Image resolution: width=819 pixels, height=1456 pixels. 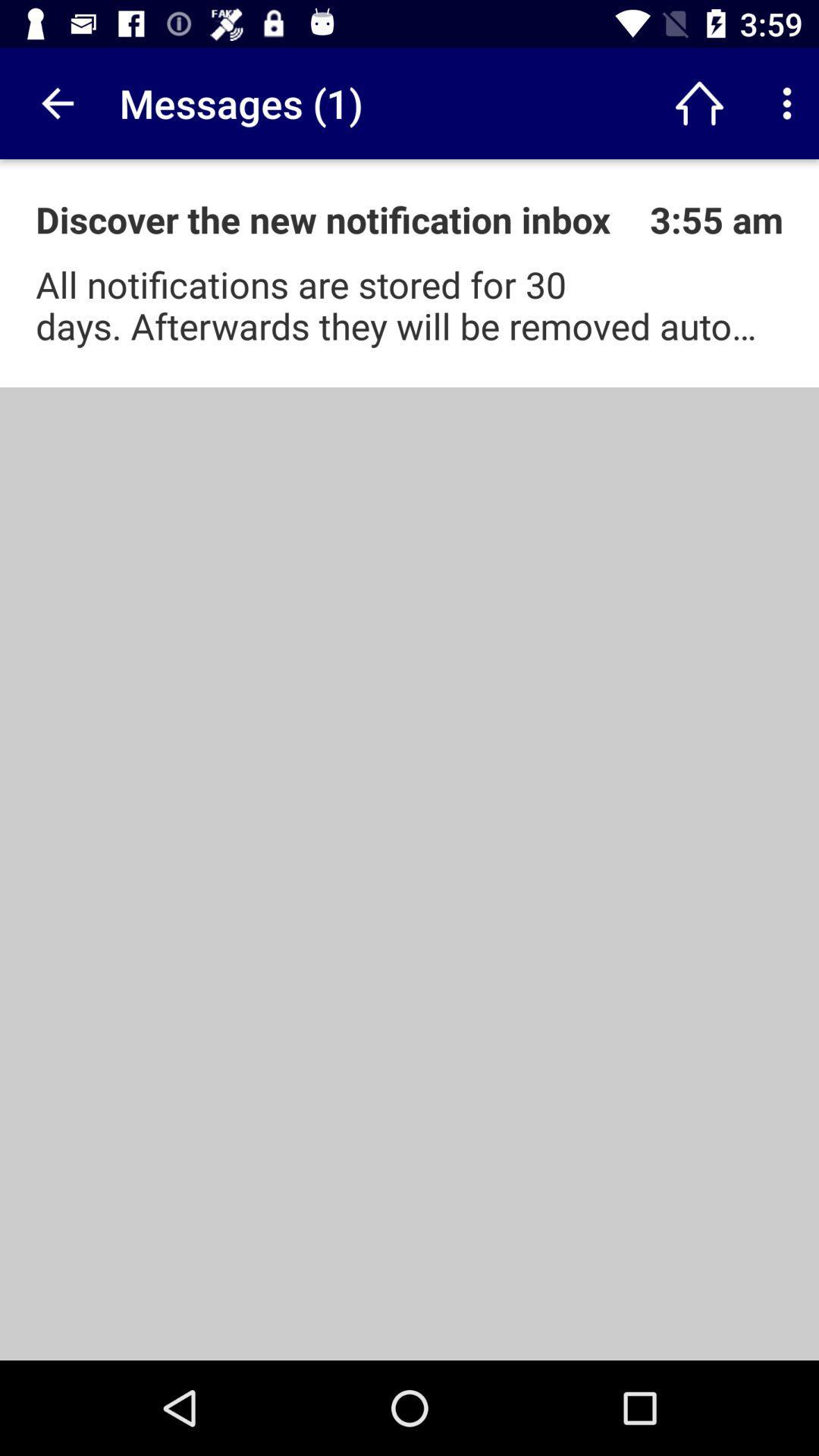 I want to click on app to the left of messages (1) app, so click(x=55, y=102).